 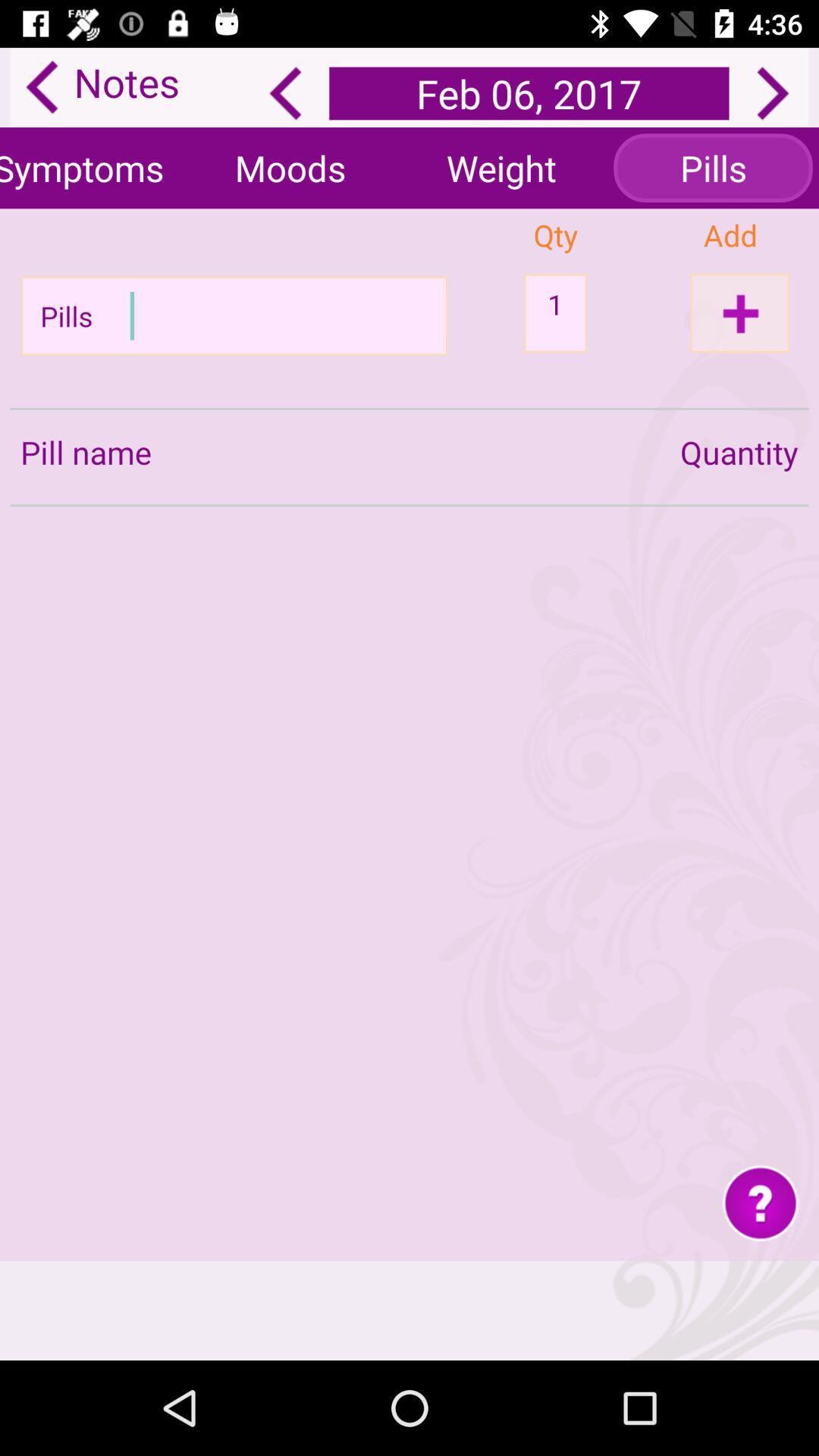 What do you see at coordinates (739, 312) in the screenshot?
I see `more file` at bounding box center [739, 312].